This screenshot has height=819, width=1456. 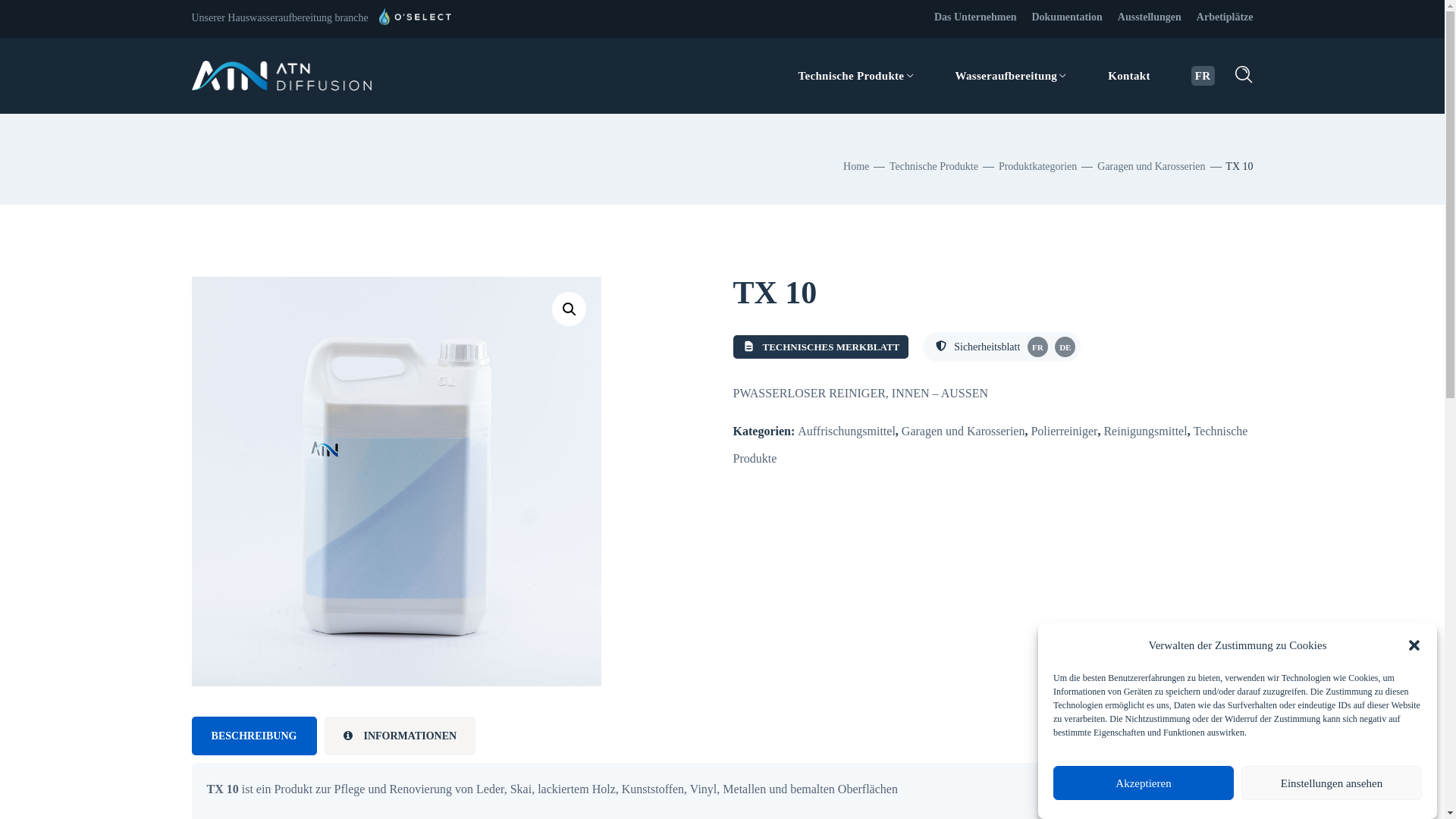 I want to click on 'Akzeptieren', so click(x=1052, y=783).